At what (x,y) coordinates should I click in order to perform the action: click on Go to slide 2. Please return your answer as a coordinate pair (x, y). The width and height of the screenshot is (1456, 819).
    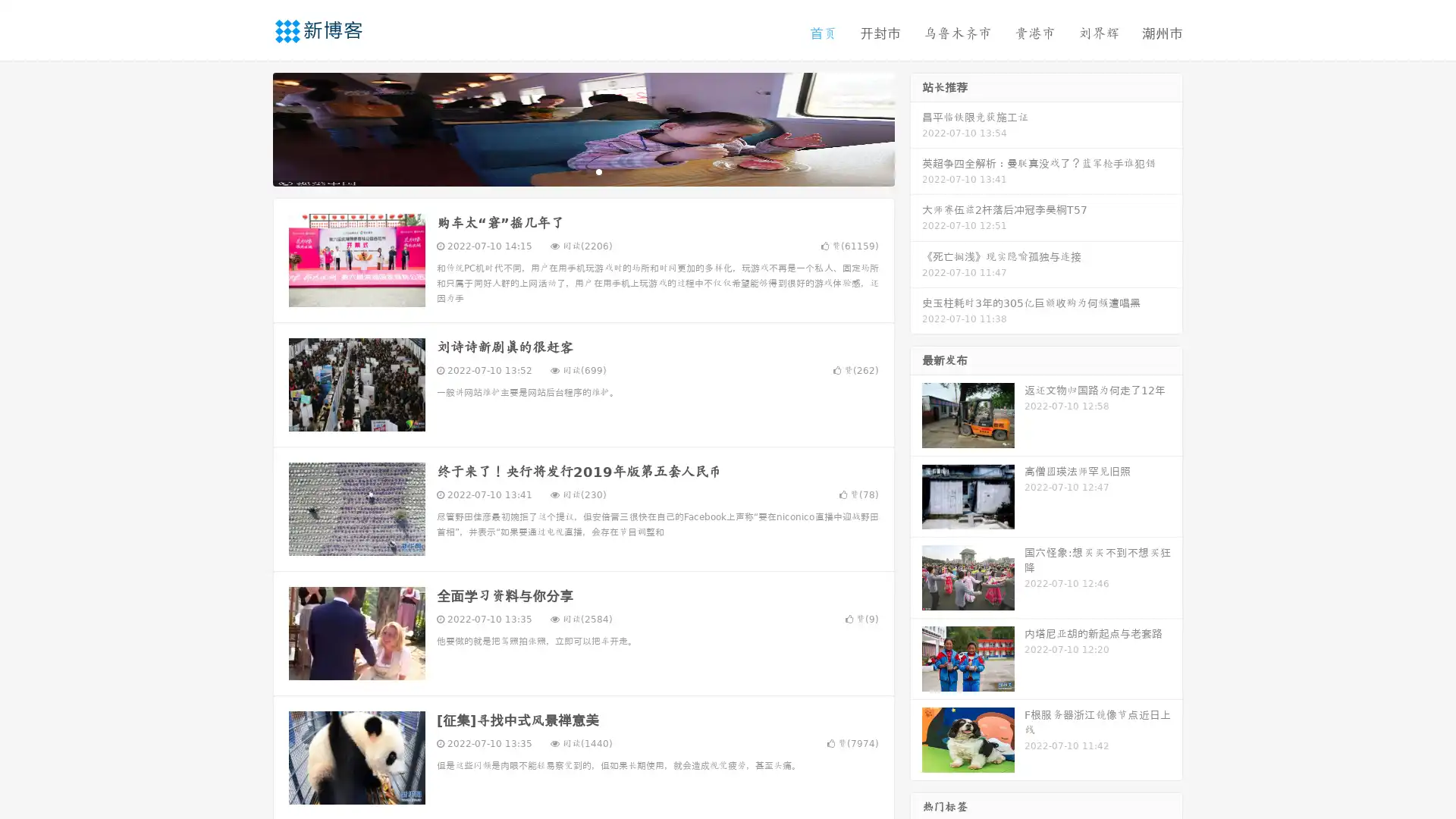
    Looking at the image, I should click on (582, 171).